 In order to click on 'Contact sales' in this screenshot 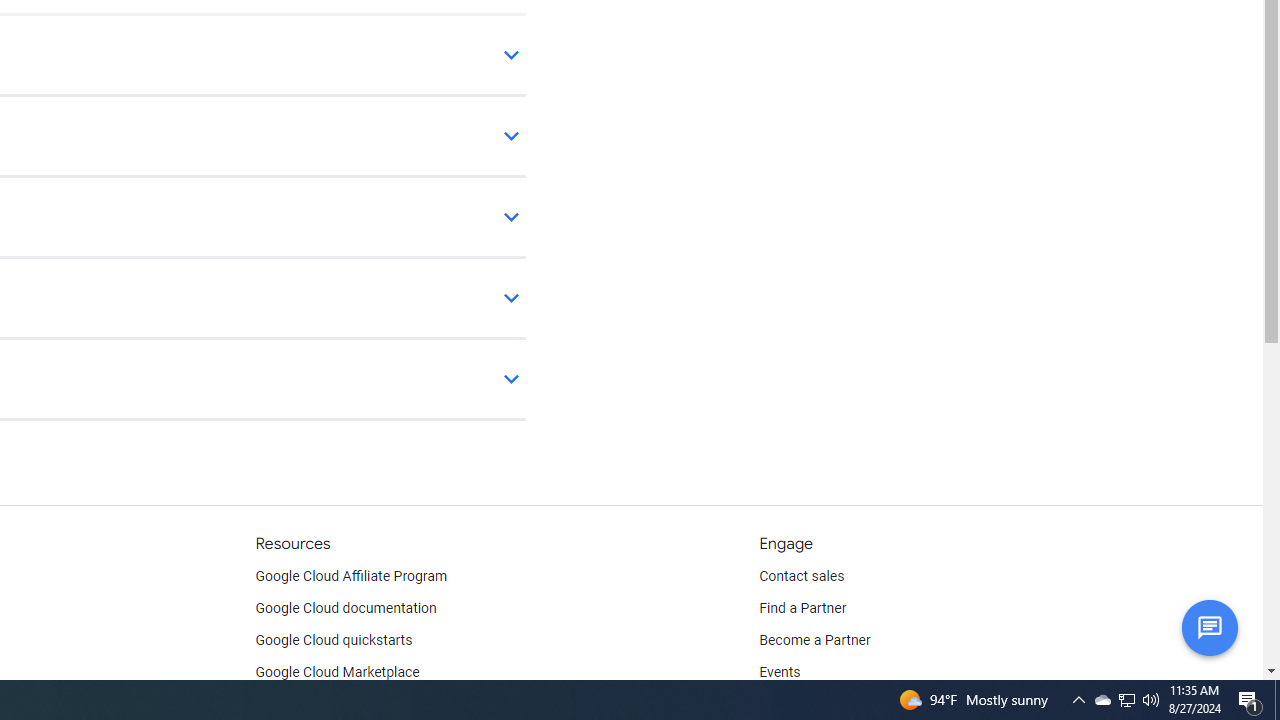, I will do `click(801, 577)`.